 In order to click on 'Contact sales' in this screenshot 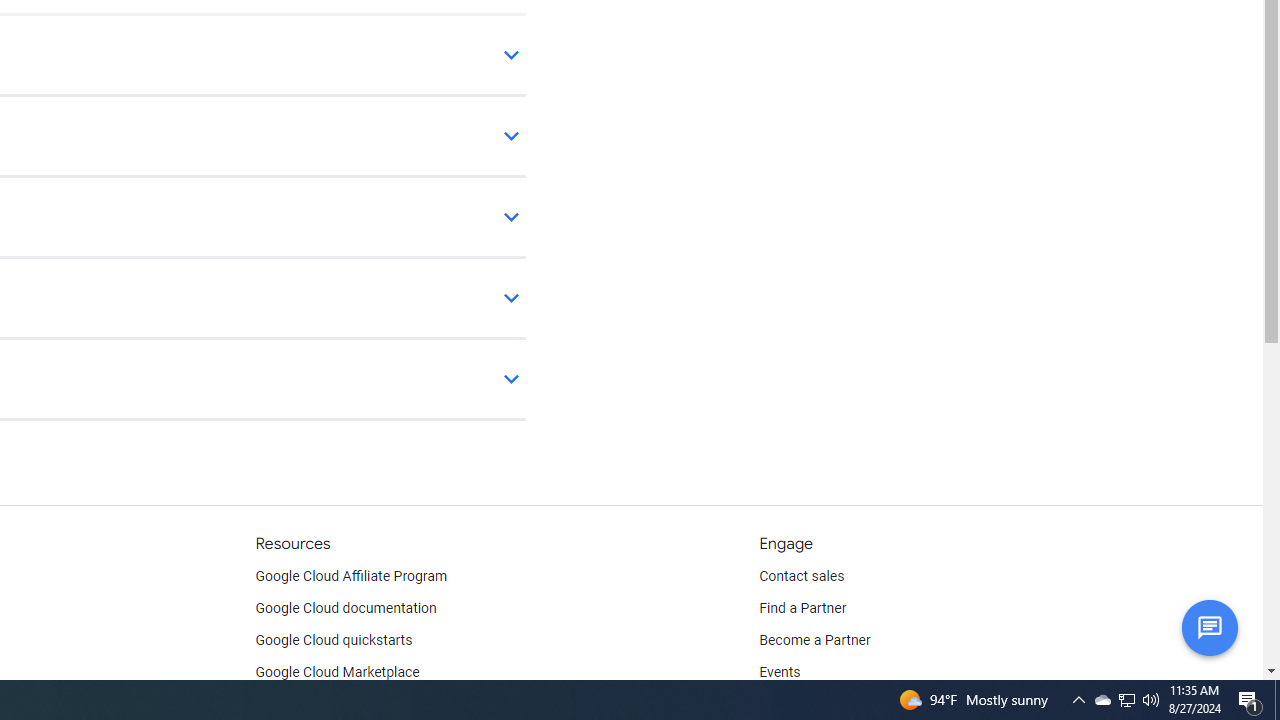, I will do `click(801, 577)`.